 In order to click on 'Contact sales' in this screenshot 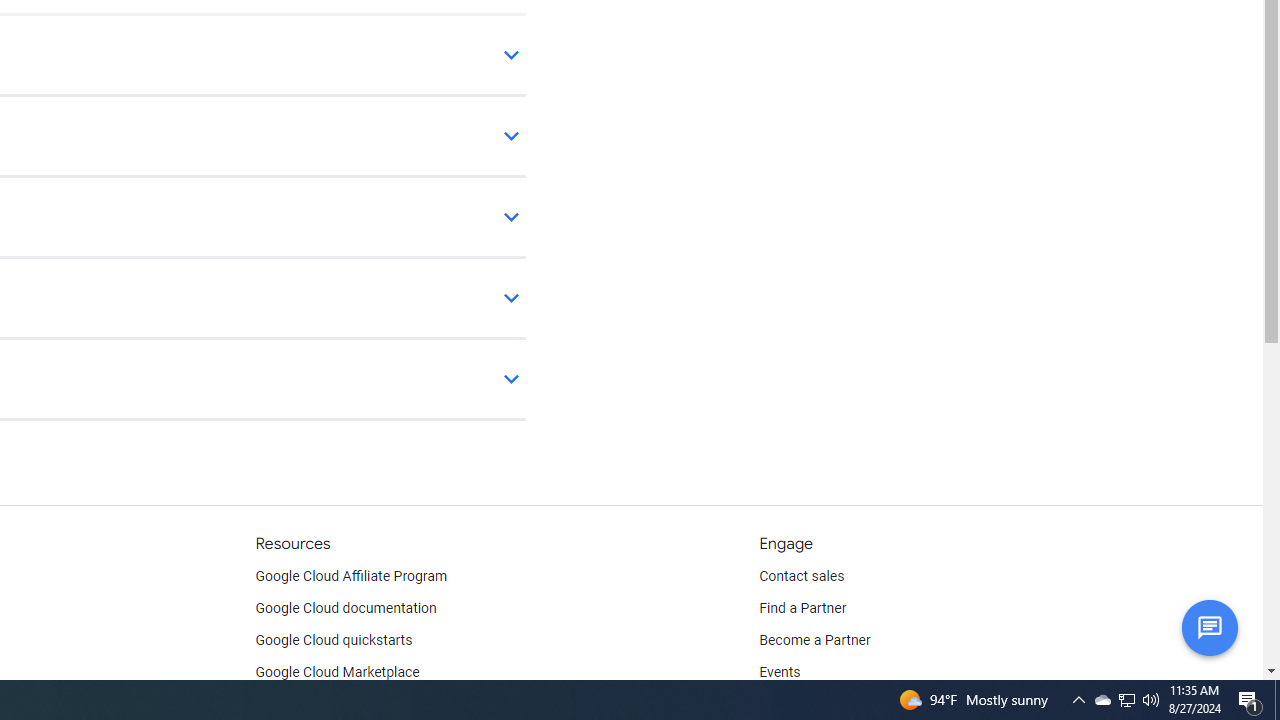, I will do `click(801, 577)`.